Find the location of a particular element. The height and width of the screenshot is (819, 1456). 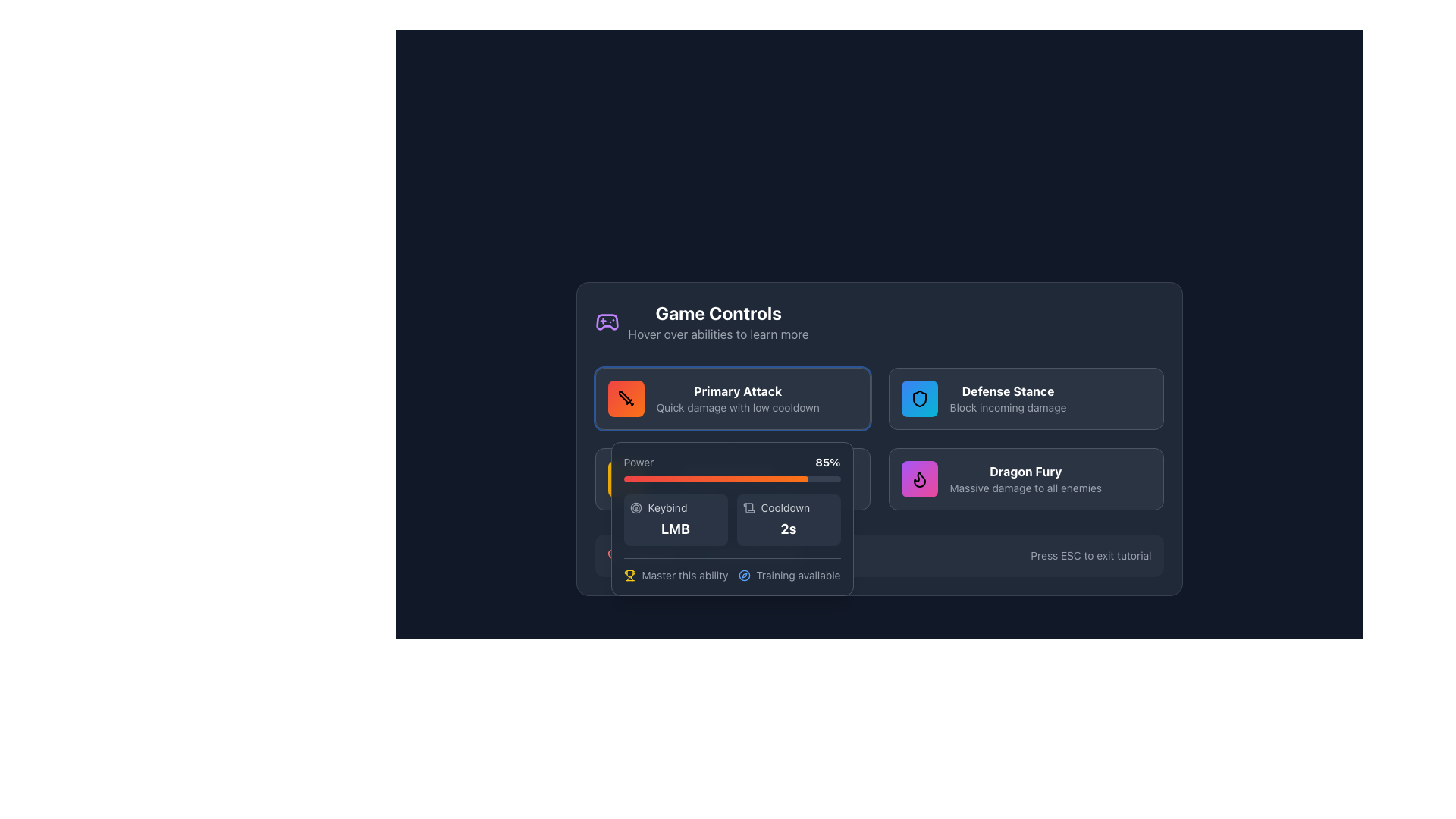

the shield icon representing the 'Defense Stance' action, located in the top right of the 'Game Controls' panel, specifically on the button labeled 'Defense Stance' is located at coordinates (918, 397).